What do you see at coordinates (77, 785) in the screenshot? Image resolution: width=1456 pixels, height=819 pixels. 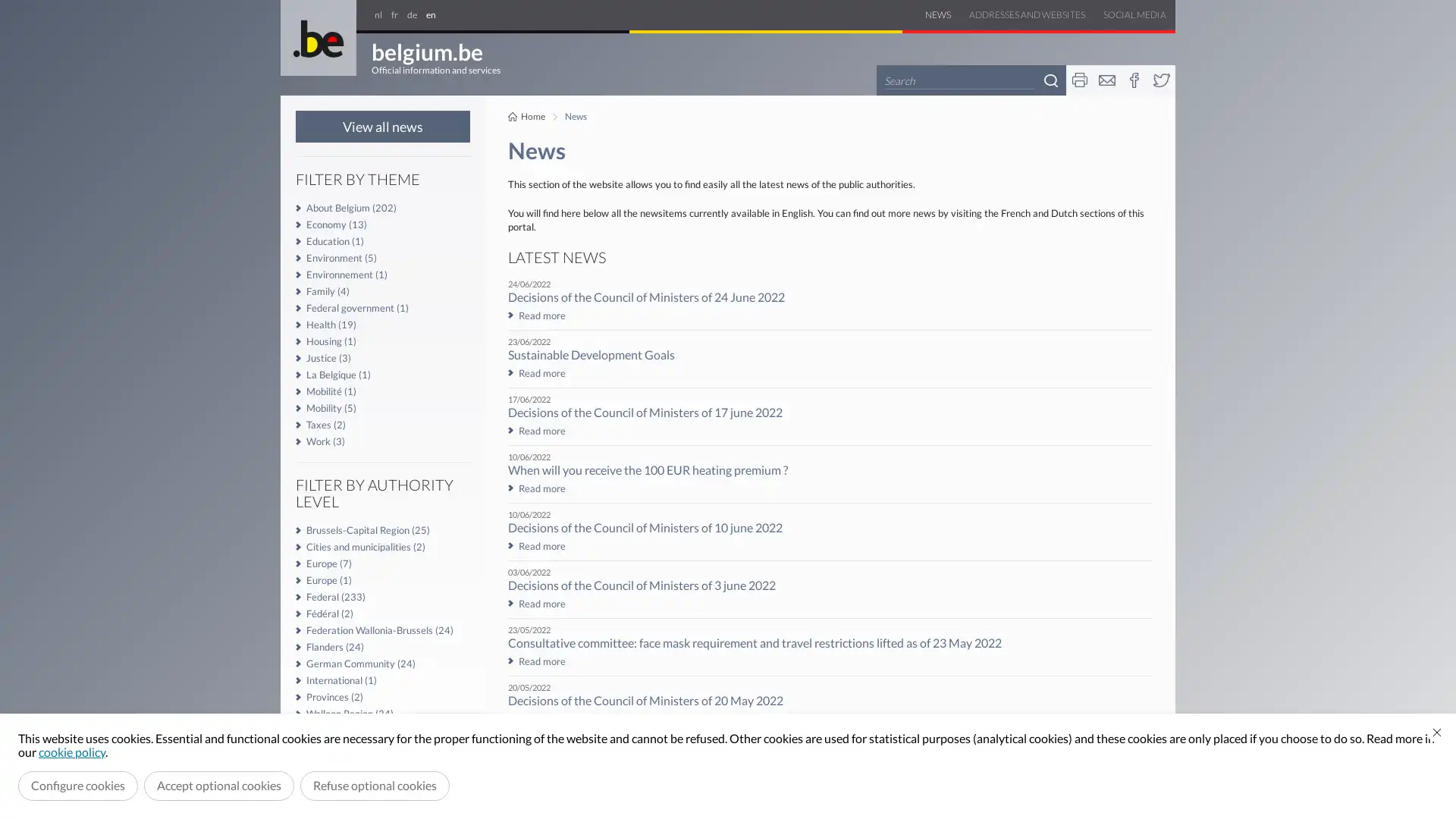 I see `Configure cookies` at bounding box center [77, 785].